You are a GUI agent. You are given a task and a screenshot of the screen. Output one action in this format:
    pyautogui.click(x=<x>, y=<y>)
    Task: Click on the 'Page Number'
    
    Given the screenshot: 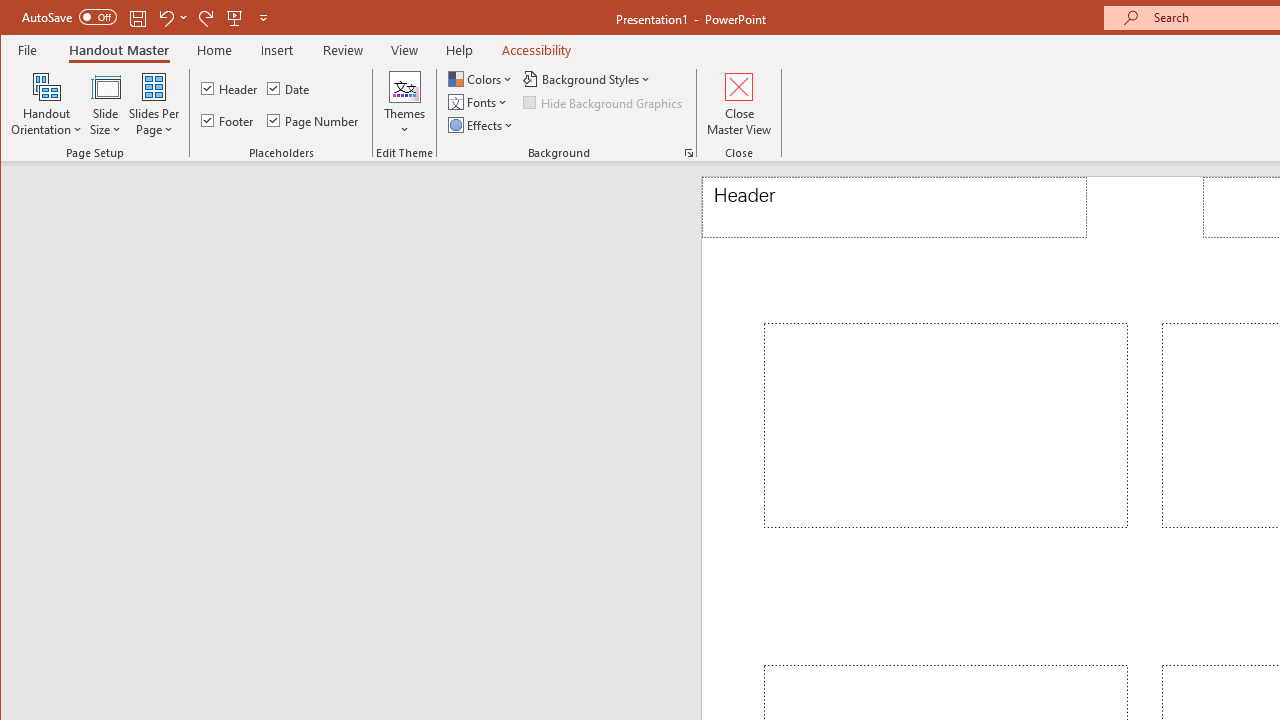 What is the action you would take?
    pyautogui.click(x=313, y=120)
    